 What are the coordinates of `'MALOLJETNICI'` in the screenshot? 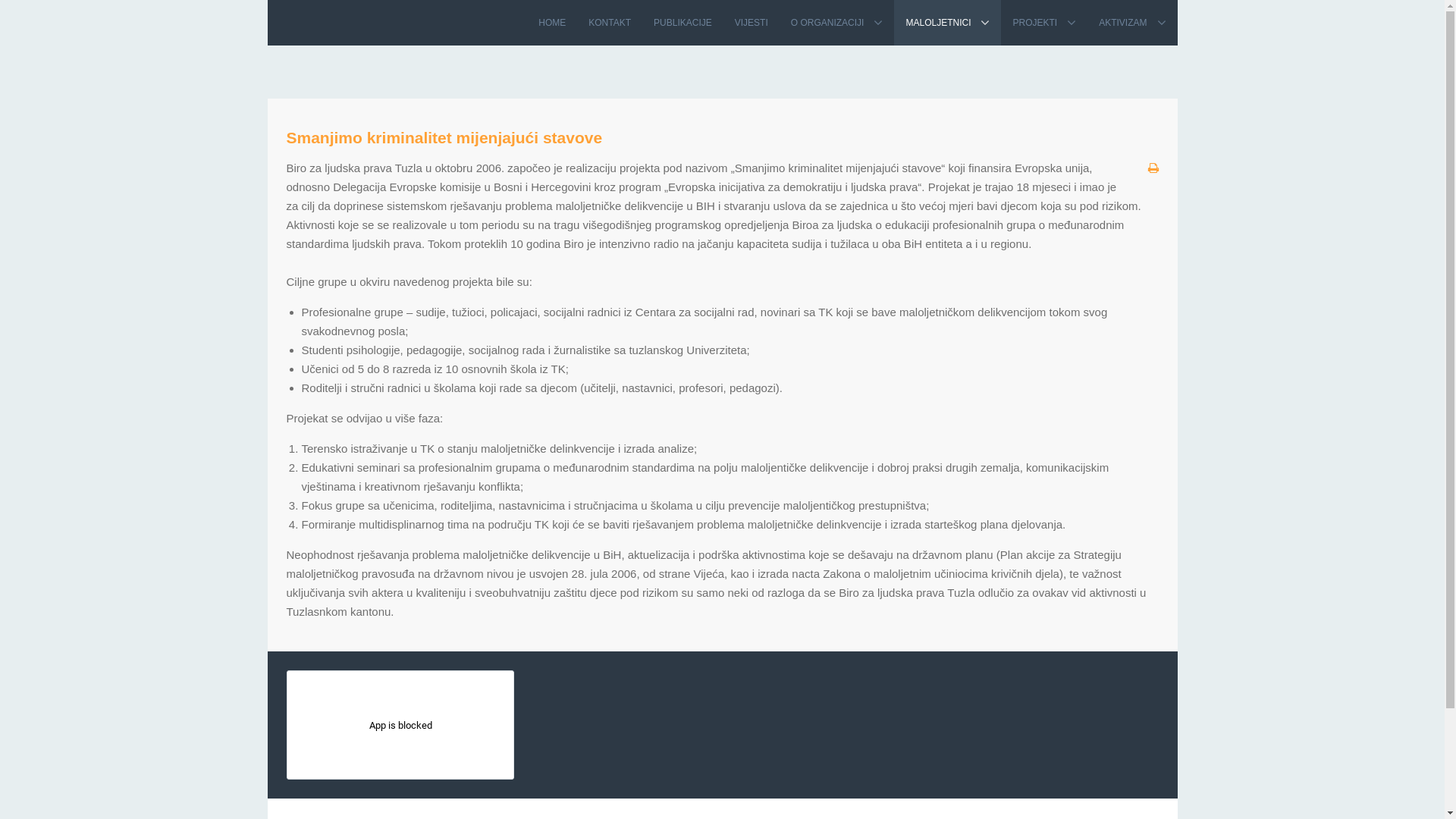 It's located at (946, 23).